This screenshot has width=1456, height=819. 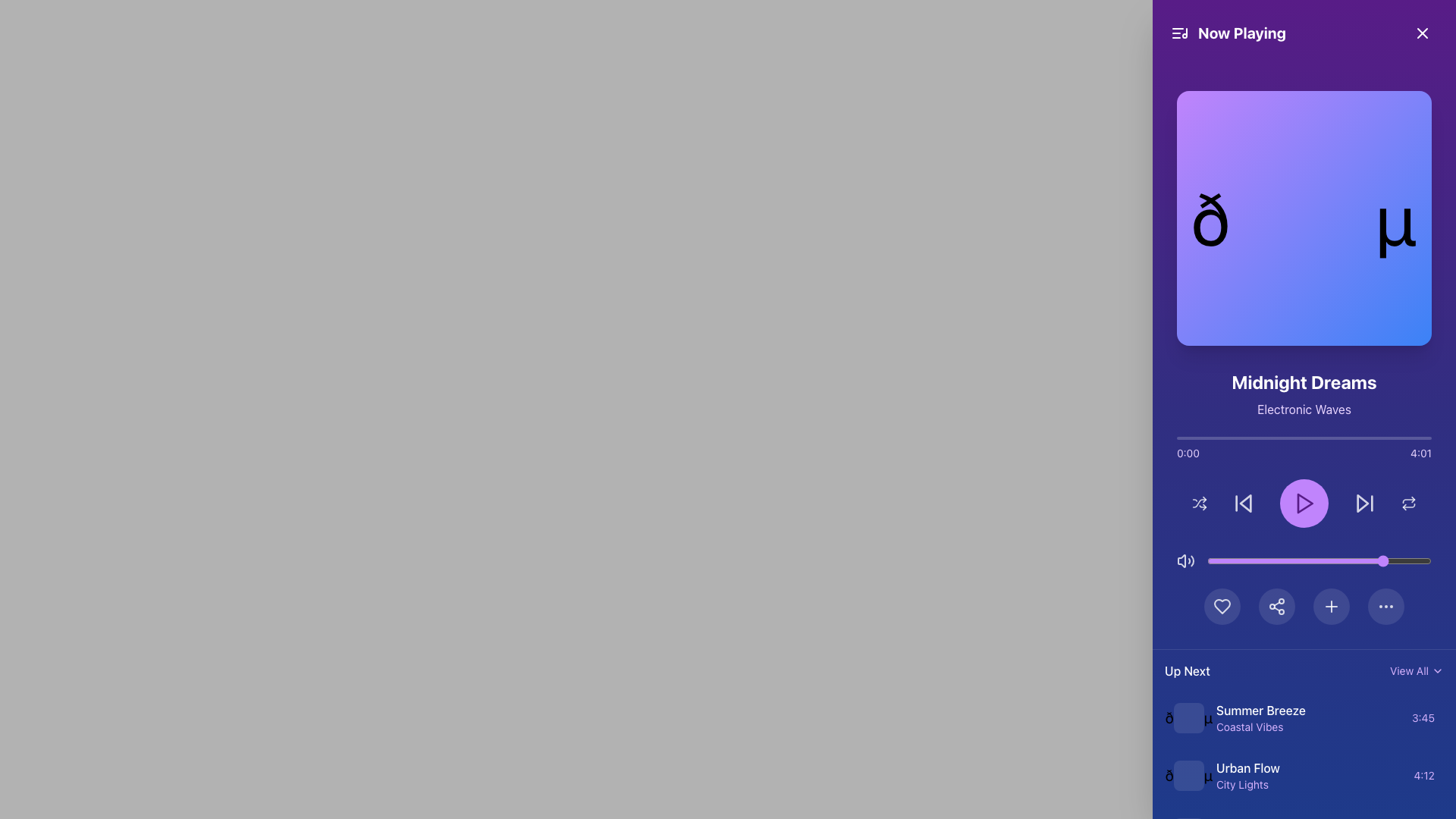 I want to click on the small icon resembling a list with musical notes, located beside the 'Now Playing' text, so click(x=1178, y=33).